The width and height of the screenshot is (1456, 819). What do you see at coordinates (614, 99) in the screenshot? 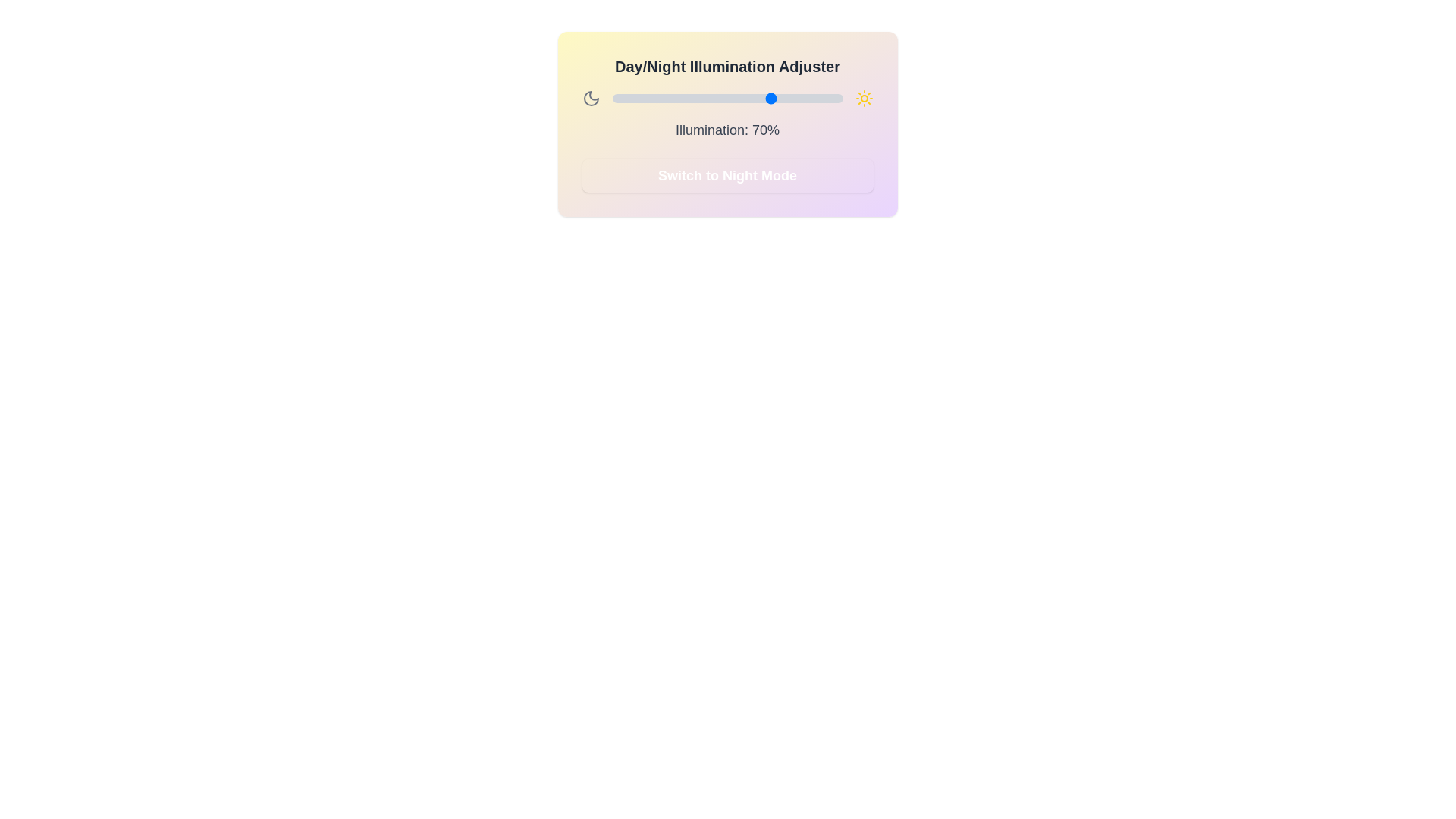
I see `the illumination level to 1% by dragging the slider` at bounding box center [614, 99].